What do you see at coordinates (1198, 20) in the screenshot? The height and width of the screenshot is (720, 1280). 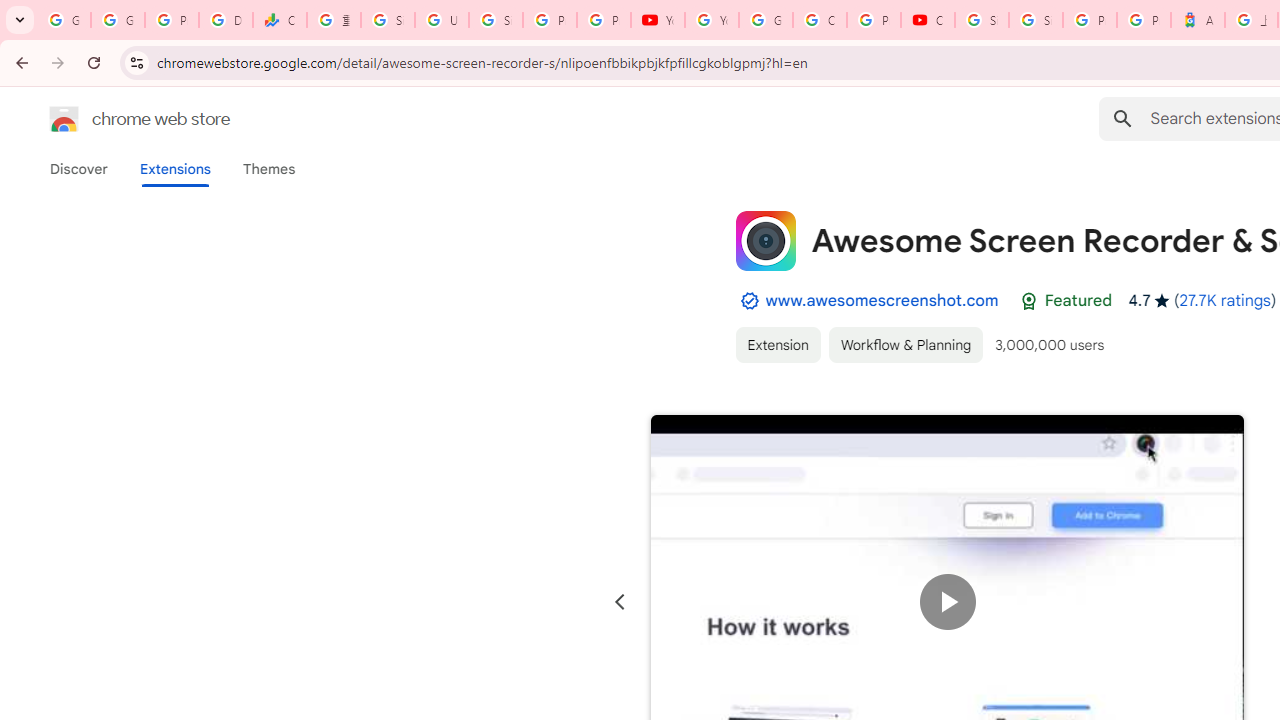 I see `'Atour Hotel - Google hotels'` at bounding box center [1198, 20].